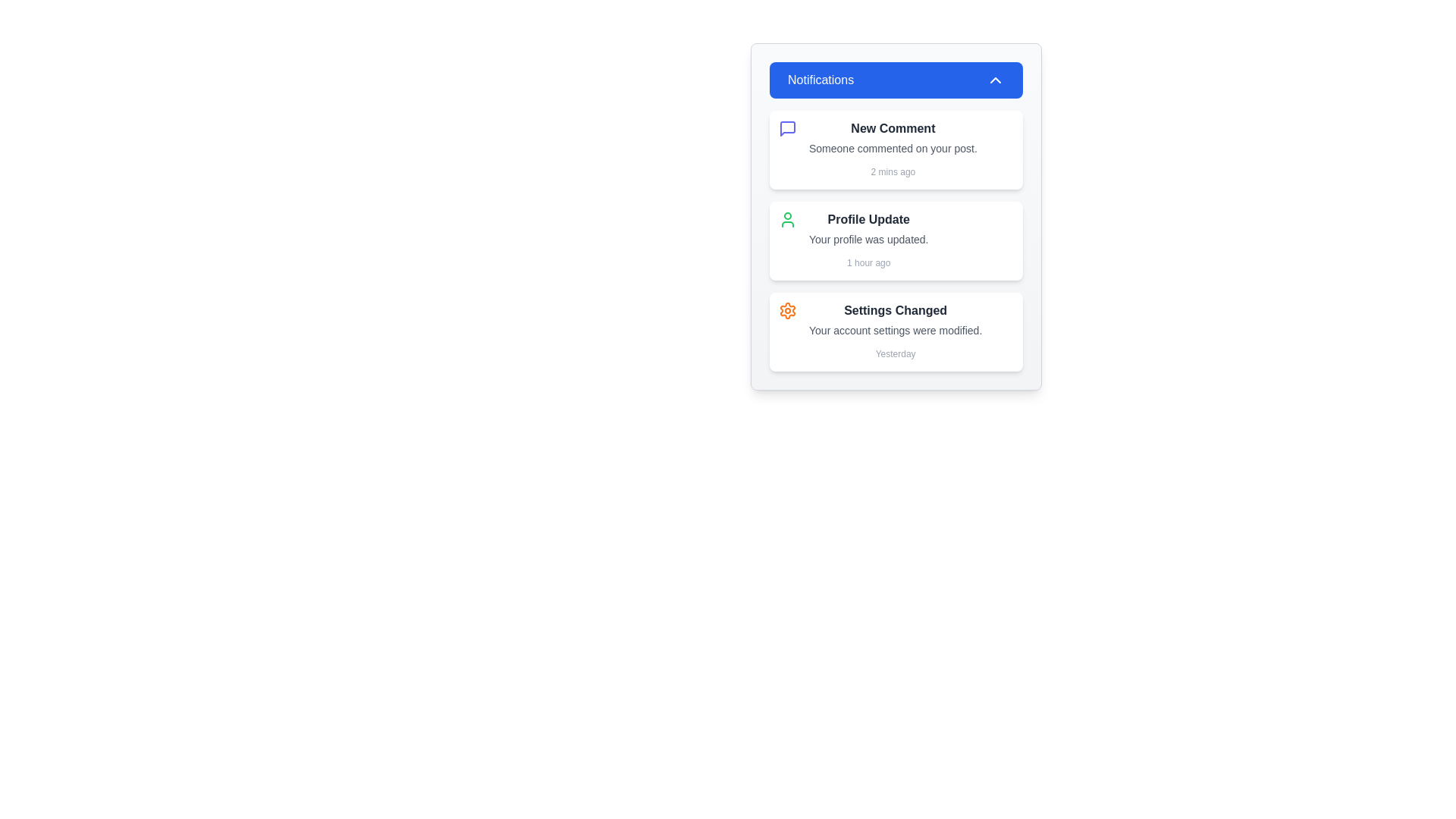 The width and height of the screenshot is (1456, 819). What do you see at coordinates (996, 80) in the screenshot?
I see `the small upward chevron arrow icon located at the top right corner of the blue header bar next to the 'Notifications' label` at bounding box center [996, 80].